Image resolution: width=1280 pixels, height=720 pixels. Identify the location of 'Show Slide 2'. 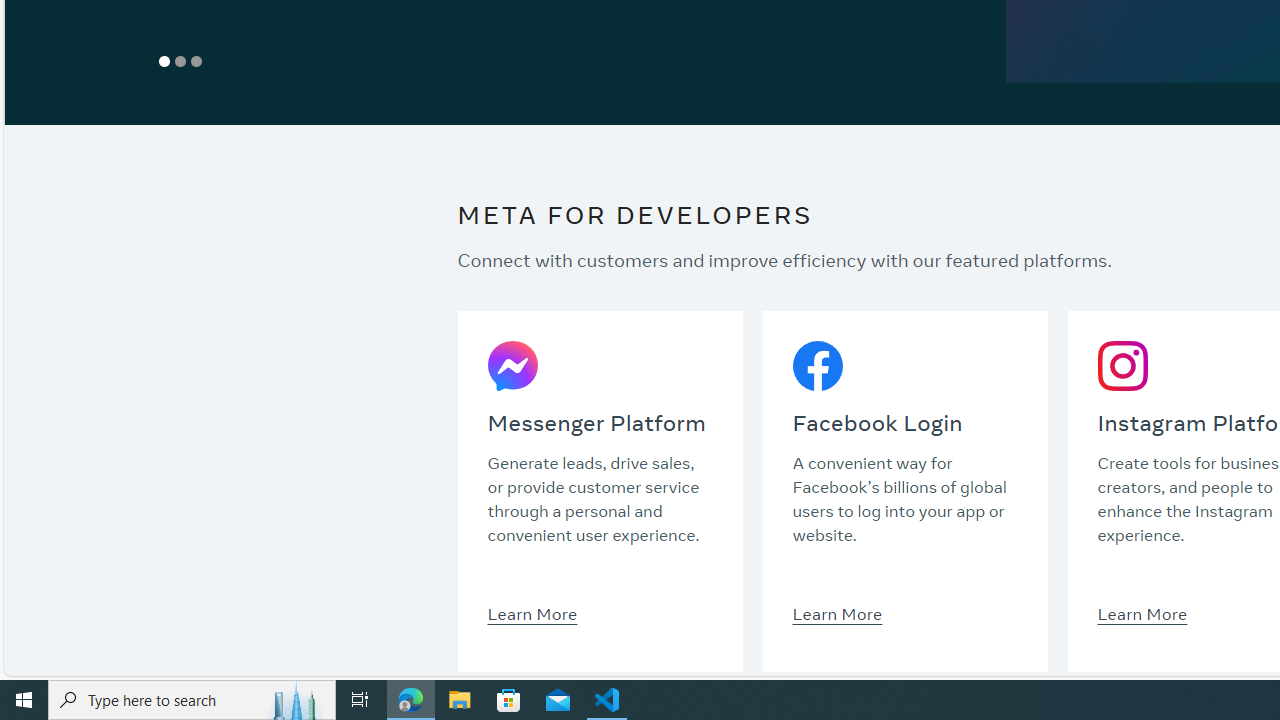
(181, 60).